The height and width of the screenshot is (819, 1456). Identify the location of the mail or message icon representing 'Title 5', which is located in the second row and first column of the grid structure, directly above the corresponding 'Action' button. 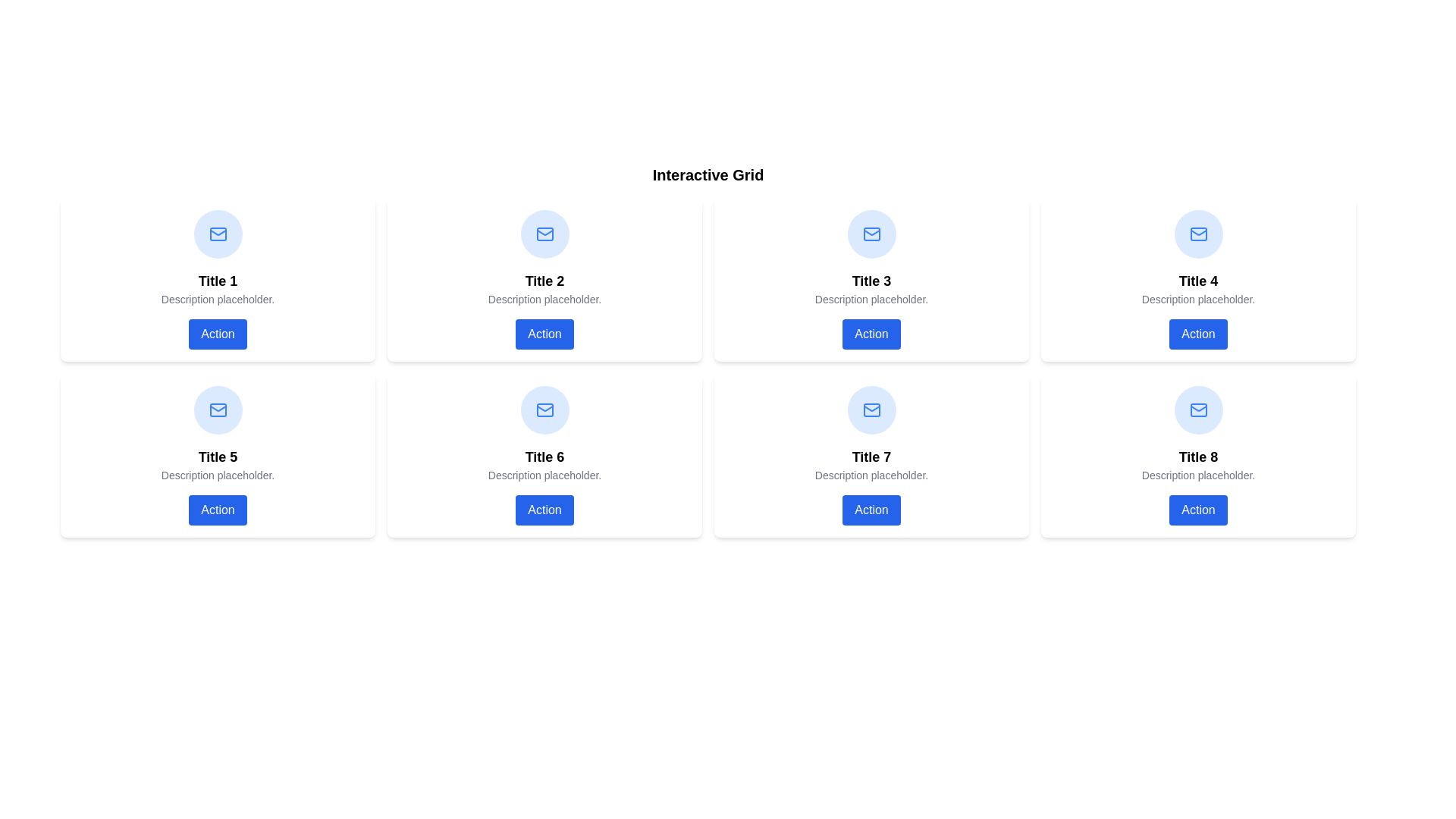
(217, 409).